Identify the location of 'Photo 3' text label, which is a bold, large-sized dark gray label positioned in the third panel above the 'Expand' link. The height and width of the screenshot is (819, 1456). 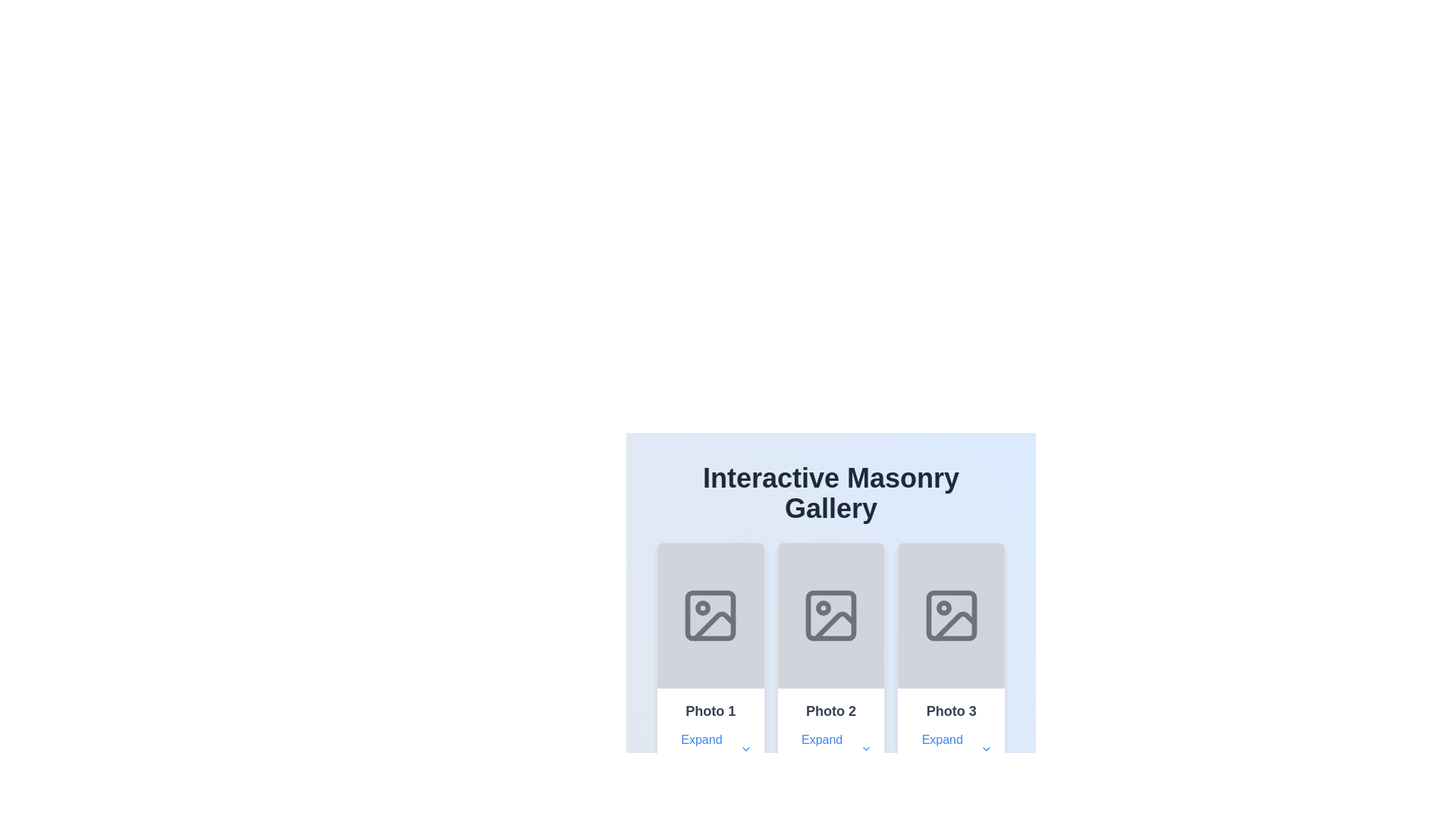
(950, 711).